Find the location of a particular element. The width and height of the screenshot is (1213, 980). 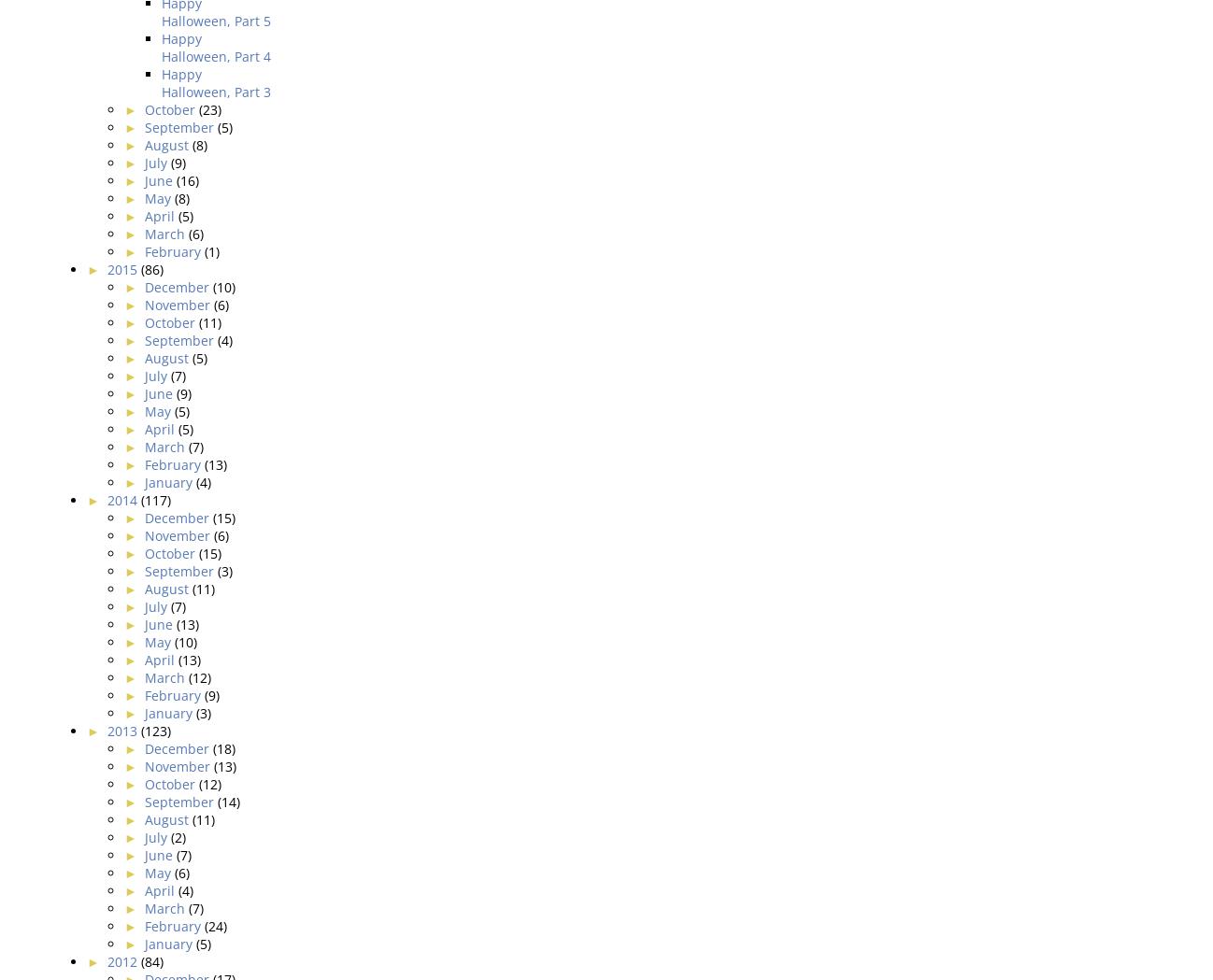

'(123)' is located at coordinates (154, 730).